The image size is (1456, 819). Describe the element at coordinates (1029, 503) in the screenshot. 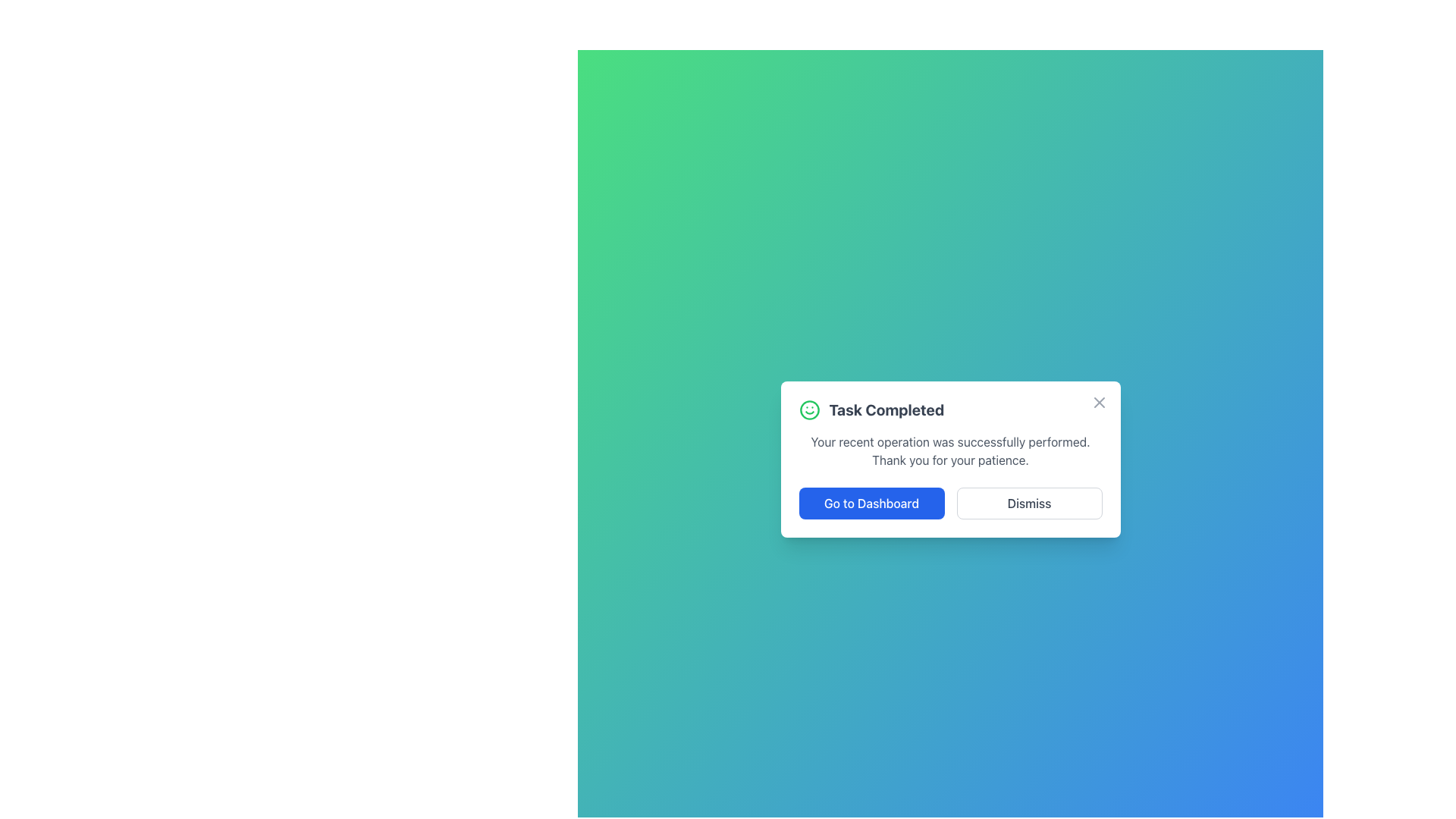

I see `the 'Dismiss' button` at that location.